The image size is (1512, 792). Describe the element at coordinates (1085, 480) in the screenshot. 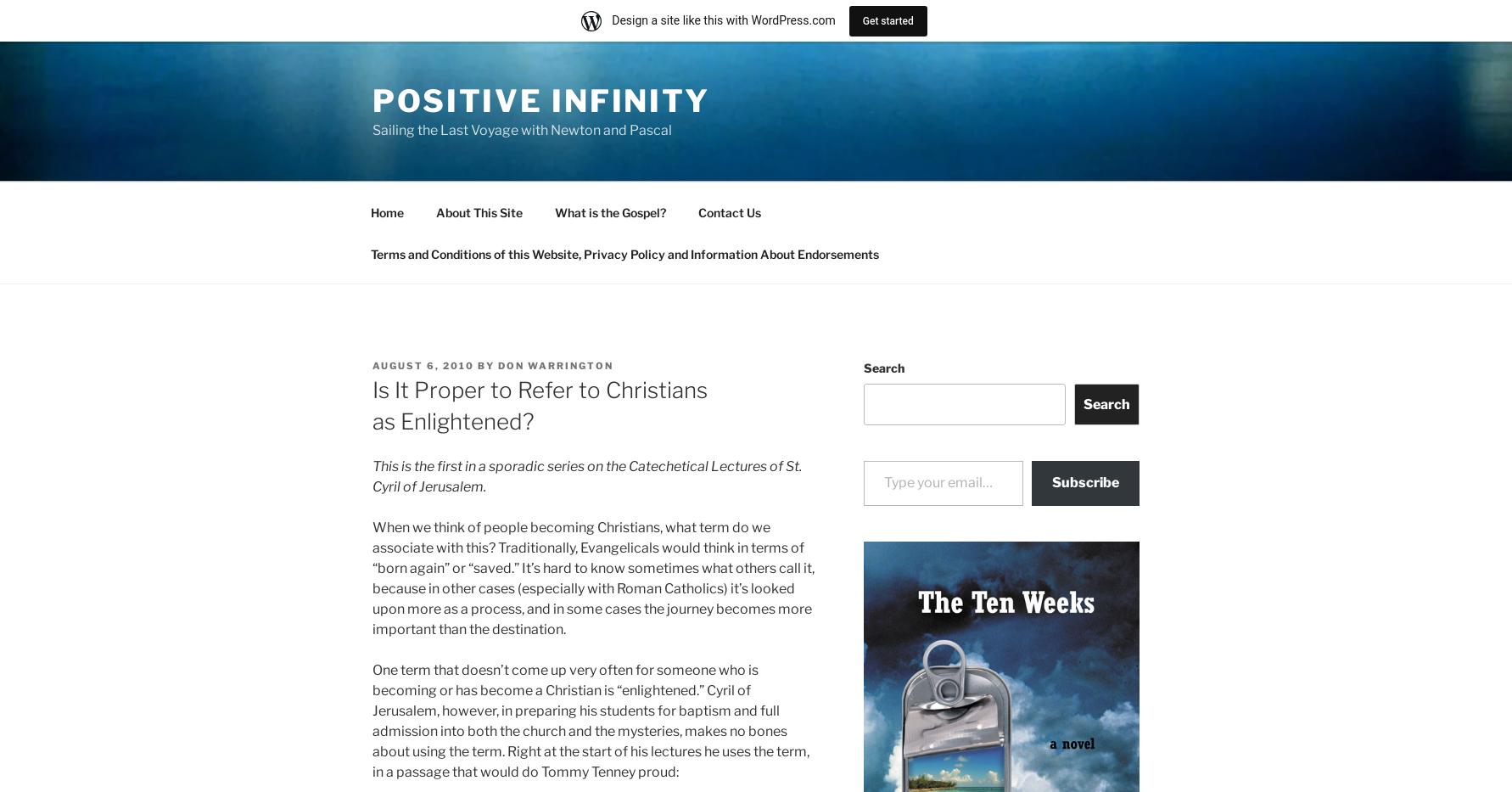

I see `'Subscribe'` at that location.